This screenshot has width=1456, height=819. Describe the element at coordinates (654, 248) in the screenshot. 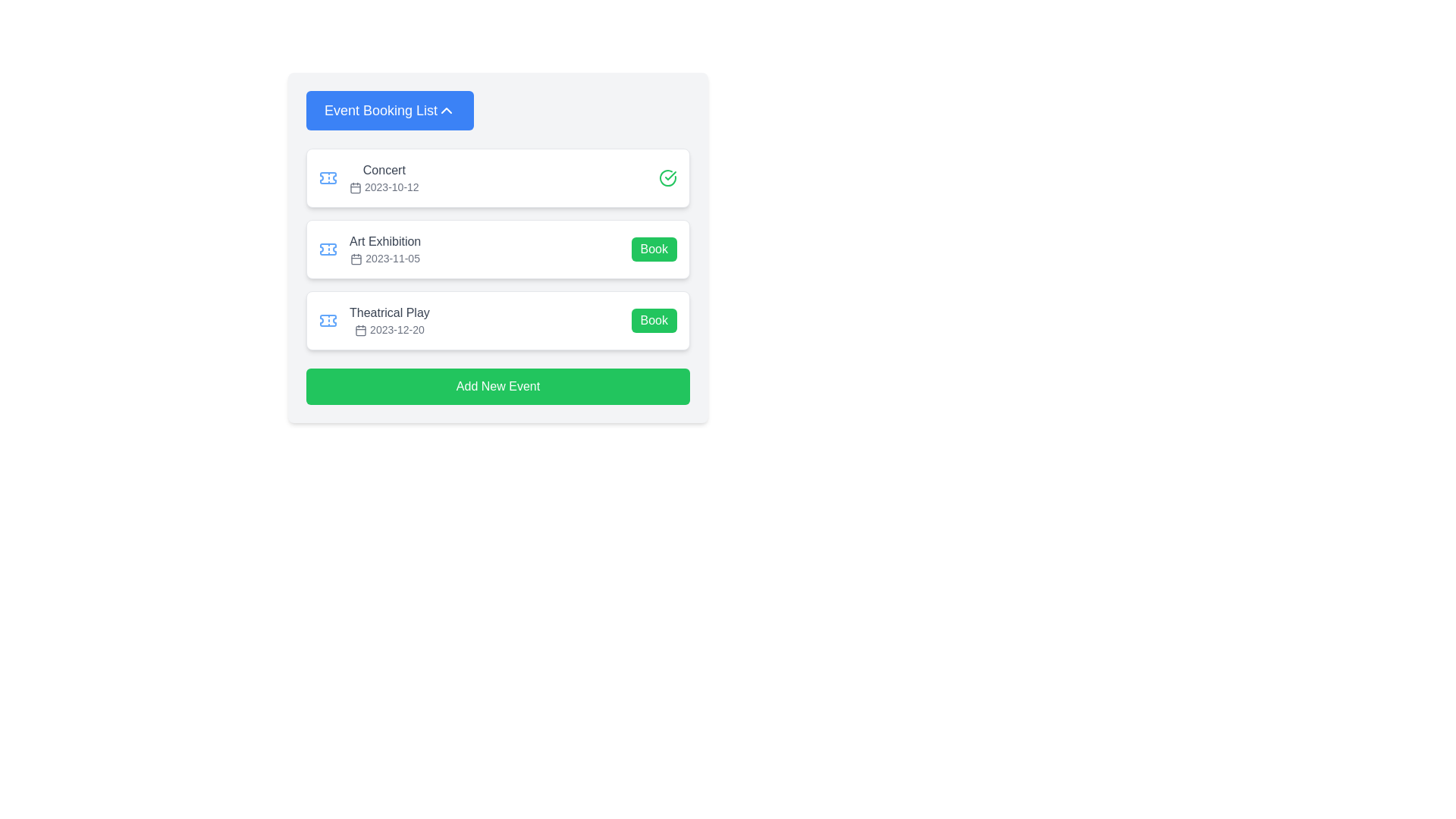

I see `the green 'Book' button with white text, located on the right side of the 'Art Exhibition' event entry row` at that location.